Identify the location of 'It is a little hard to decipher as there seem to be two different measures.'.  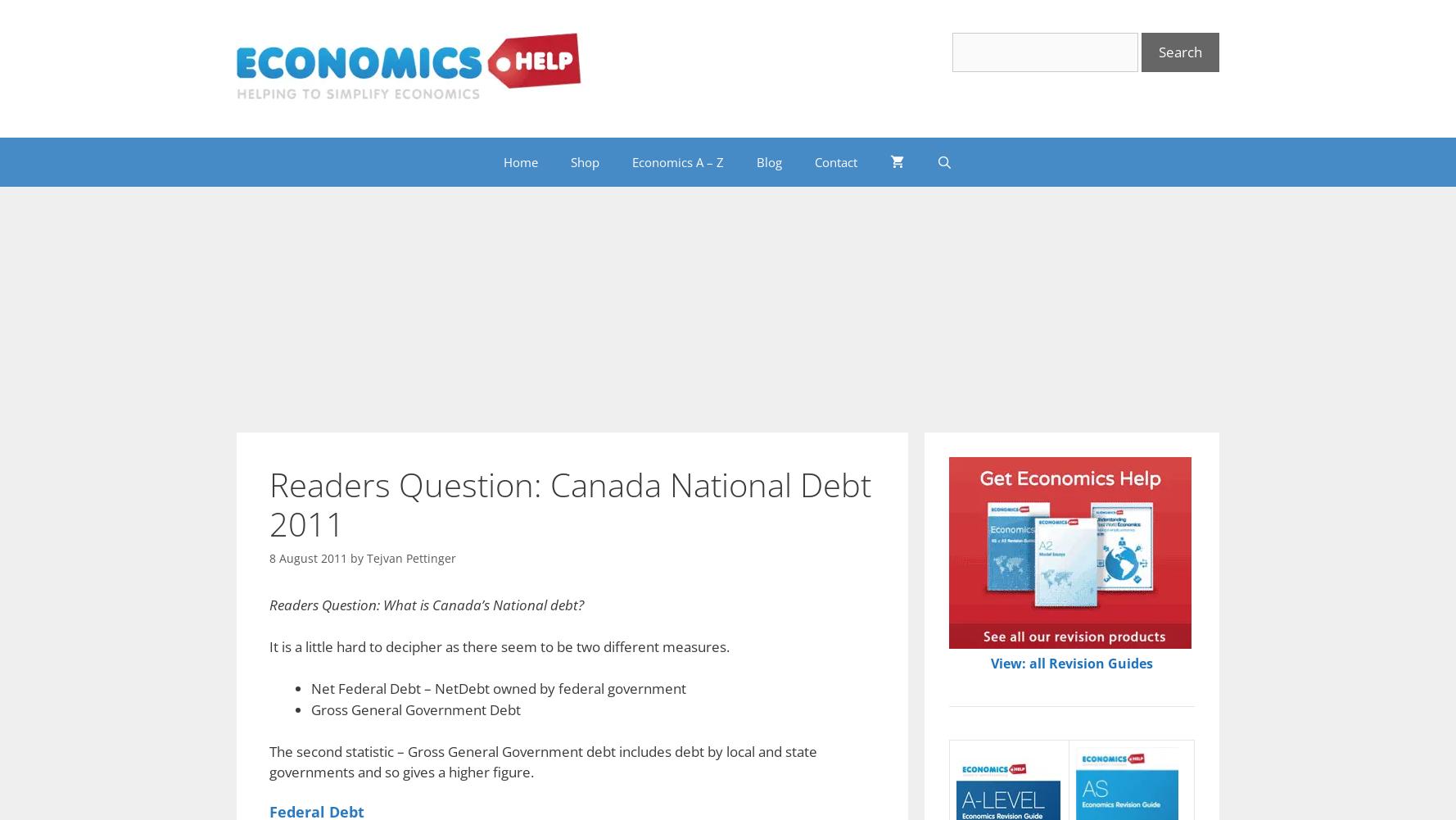
(499, 646).